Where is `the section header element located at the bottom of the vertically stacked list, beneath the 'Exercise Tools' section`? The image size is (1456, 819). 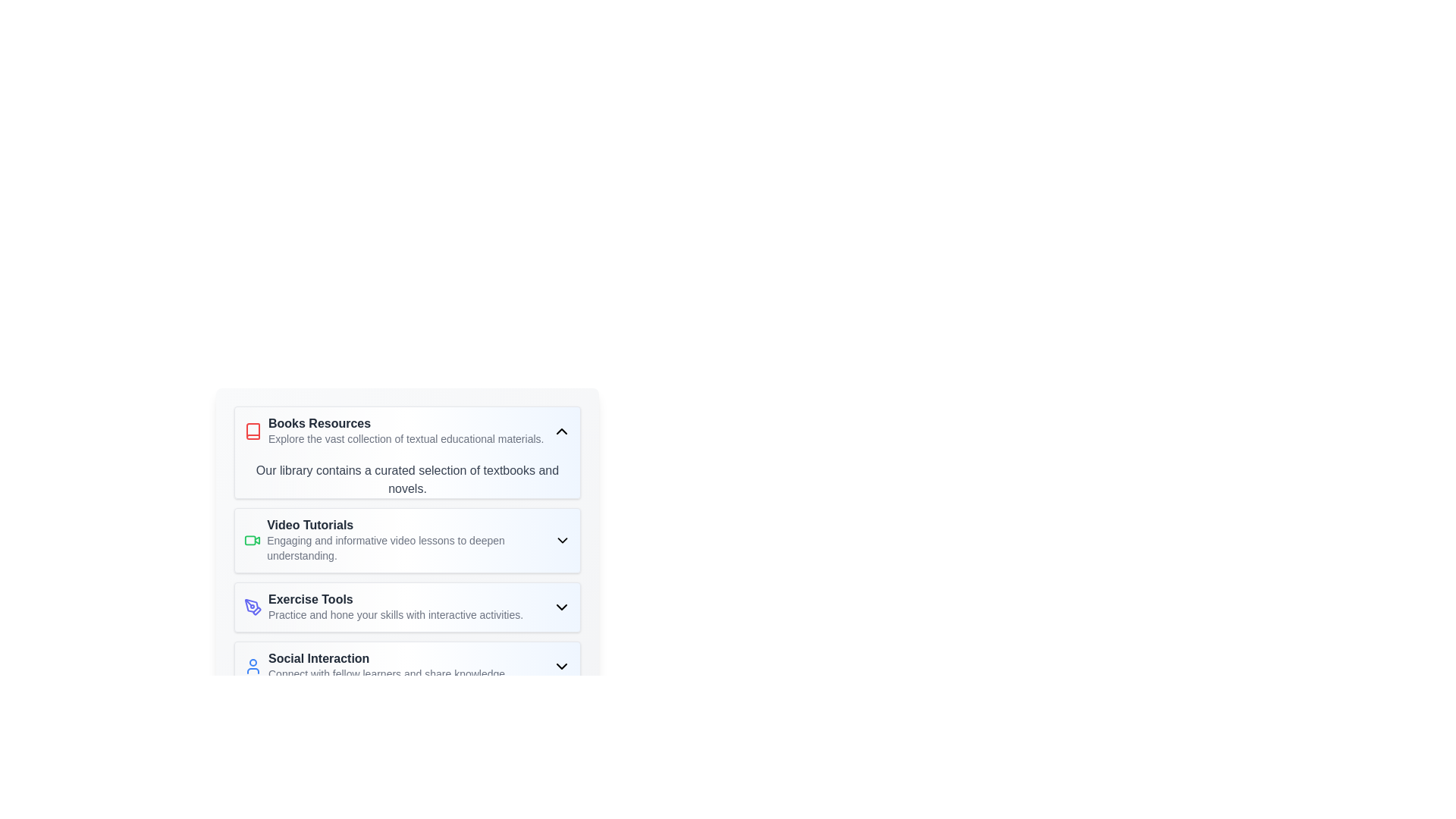
the section header element located at the bottom of the vertically stacked list, beneath the 'Exercise Tools' section is located at coordinates (388, 666).